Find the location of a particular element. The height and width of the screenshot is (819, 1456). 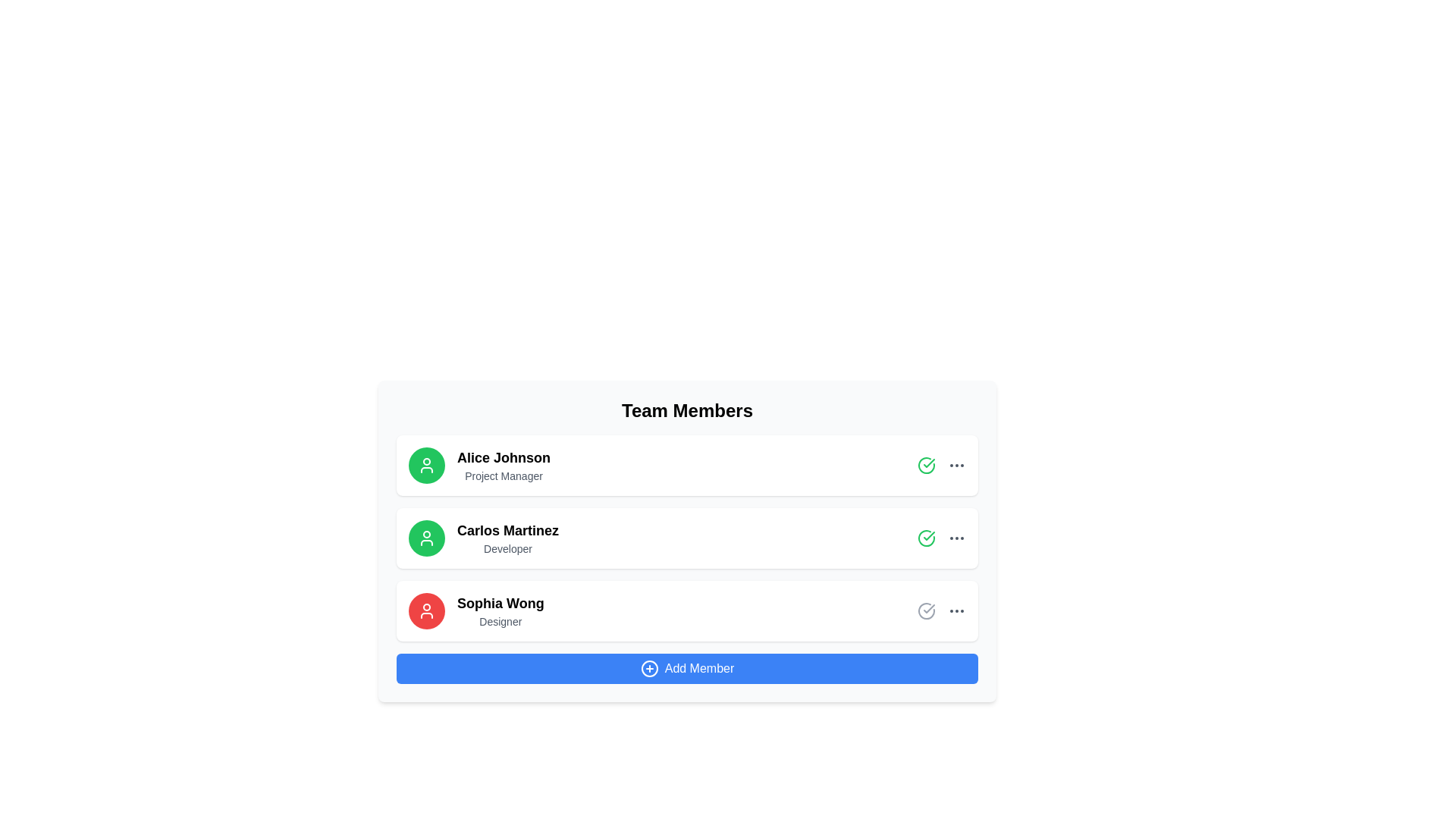

the Action indicator with a green checkmark and three horizontal gray dots located at the far-right end of the 'Carlos Martinez Developer' section is located at coordinates (941, 537).